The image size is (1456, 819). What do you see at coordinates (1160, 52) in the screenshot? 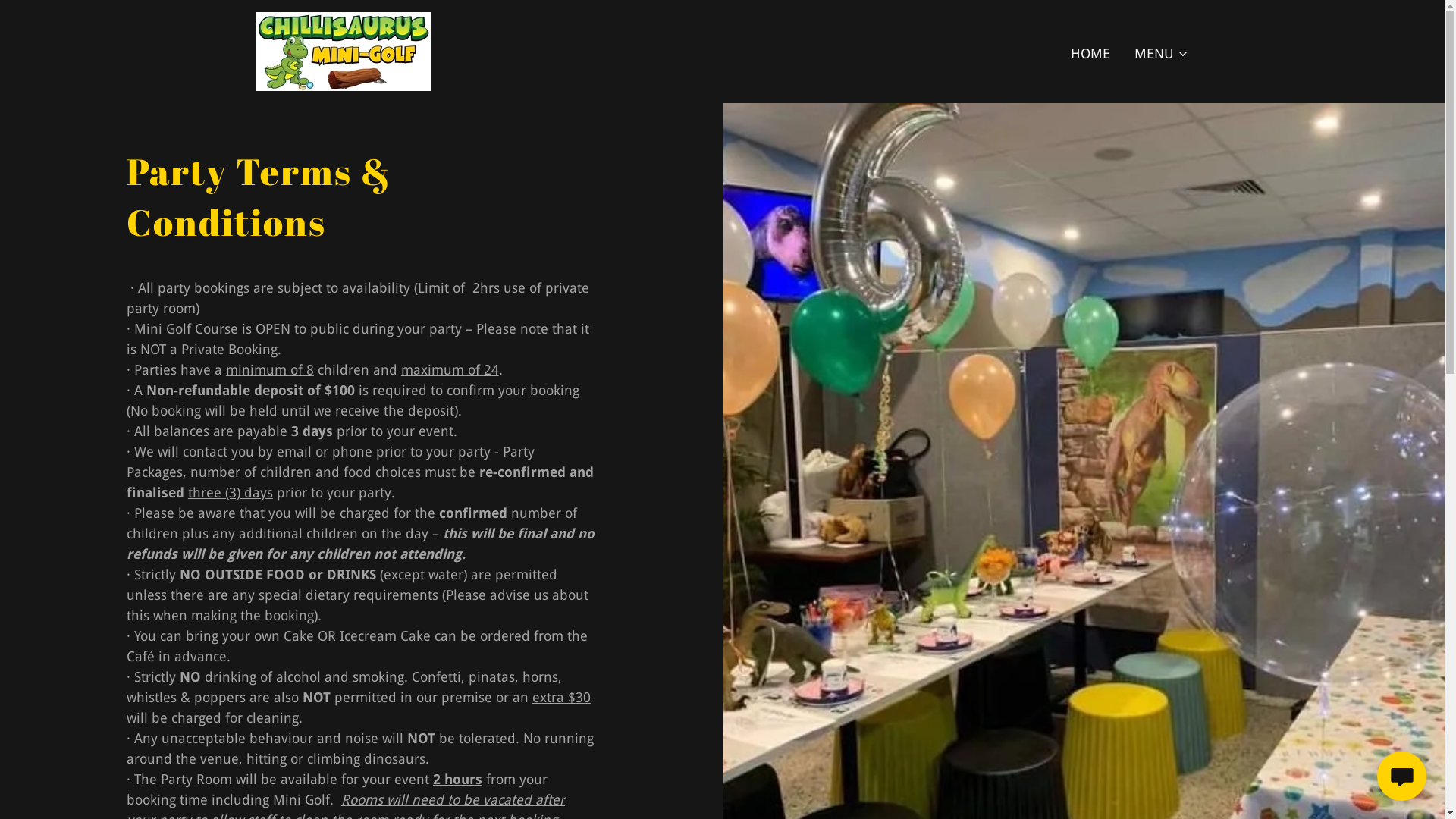
I see `'MENU'` at bounding box center [1160, 52].